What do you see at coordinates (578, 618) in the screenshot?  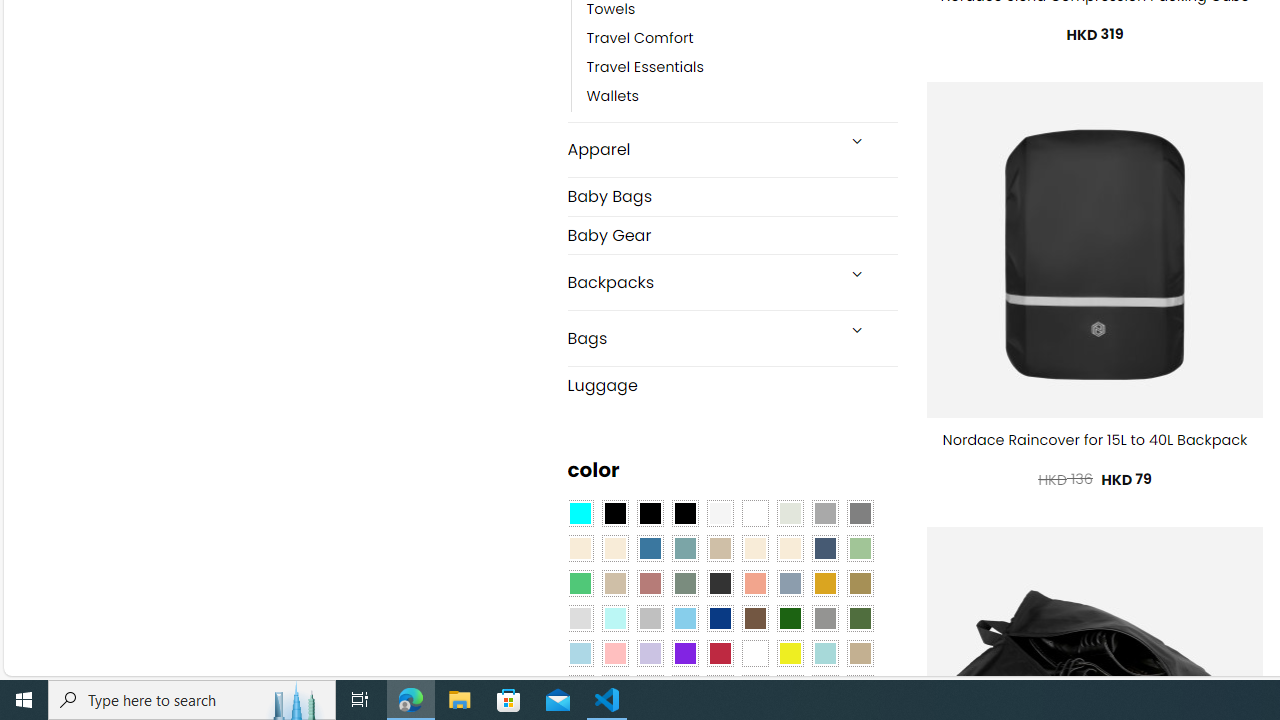 I see `'Light Gray'` at bounding box center [578, 618].